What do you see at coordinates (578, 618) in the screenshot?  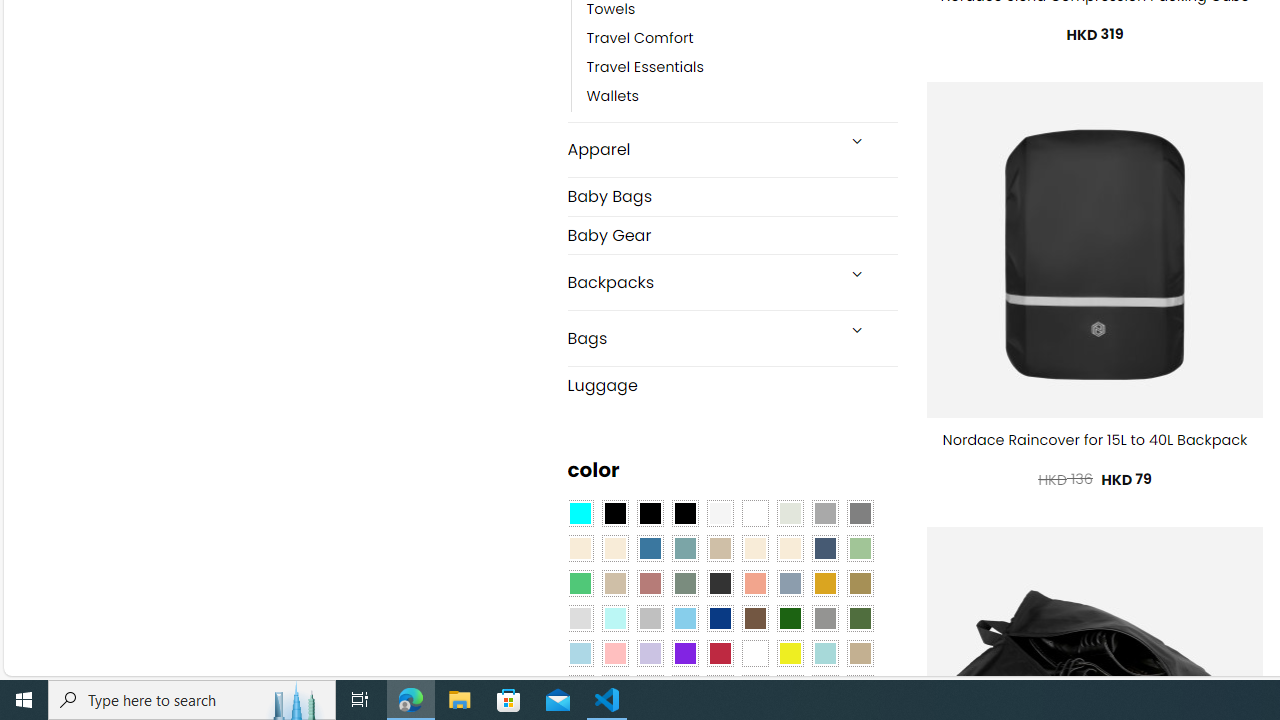 I see `'Light Gray'` at bounding box center [578, 618].